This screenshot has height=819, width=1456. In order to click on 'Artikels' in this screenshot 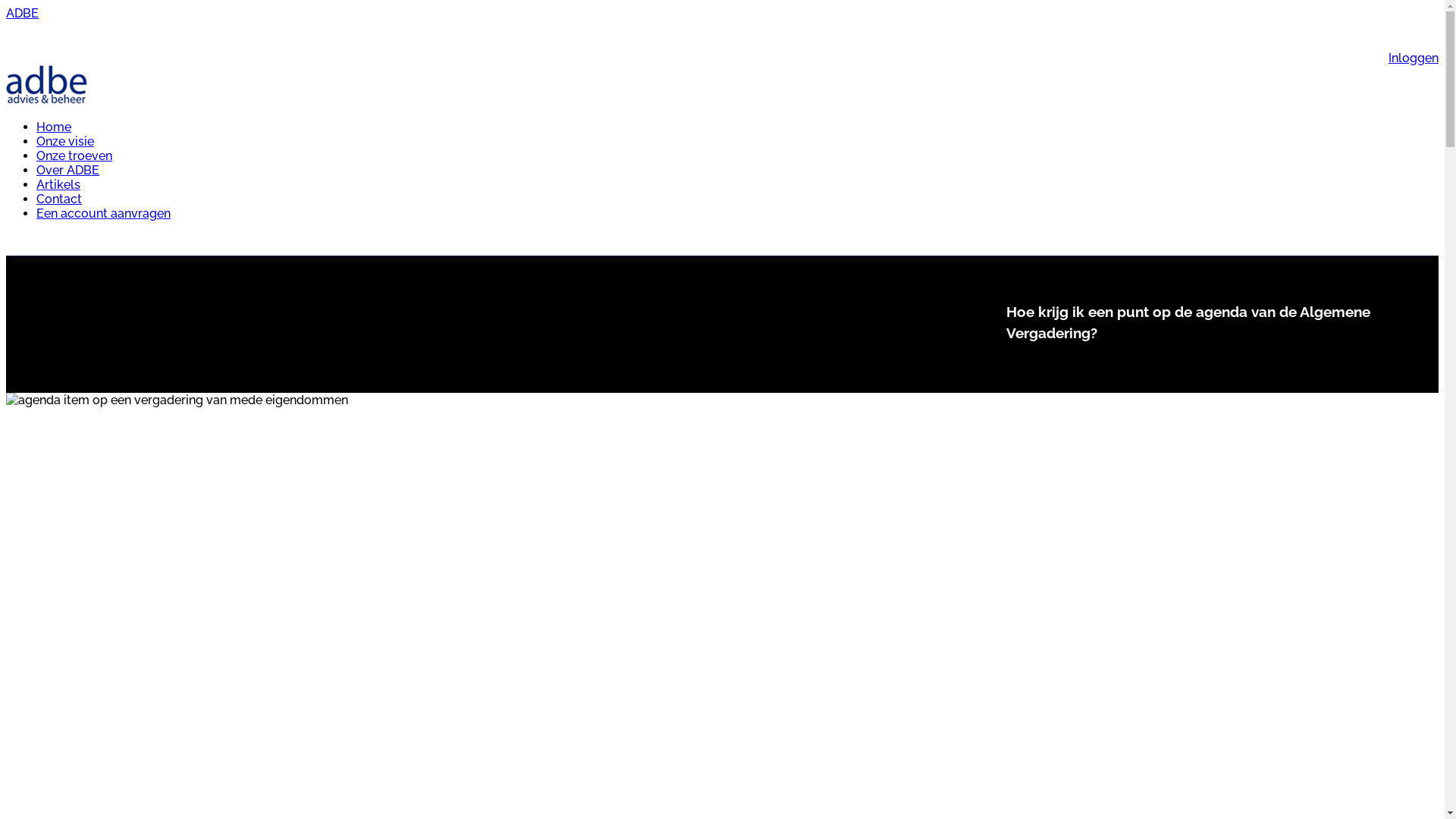, I will do `click(58, 184)`.